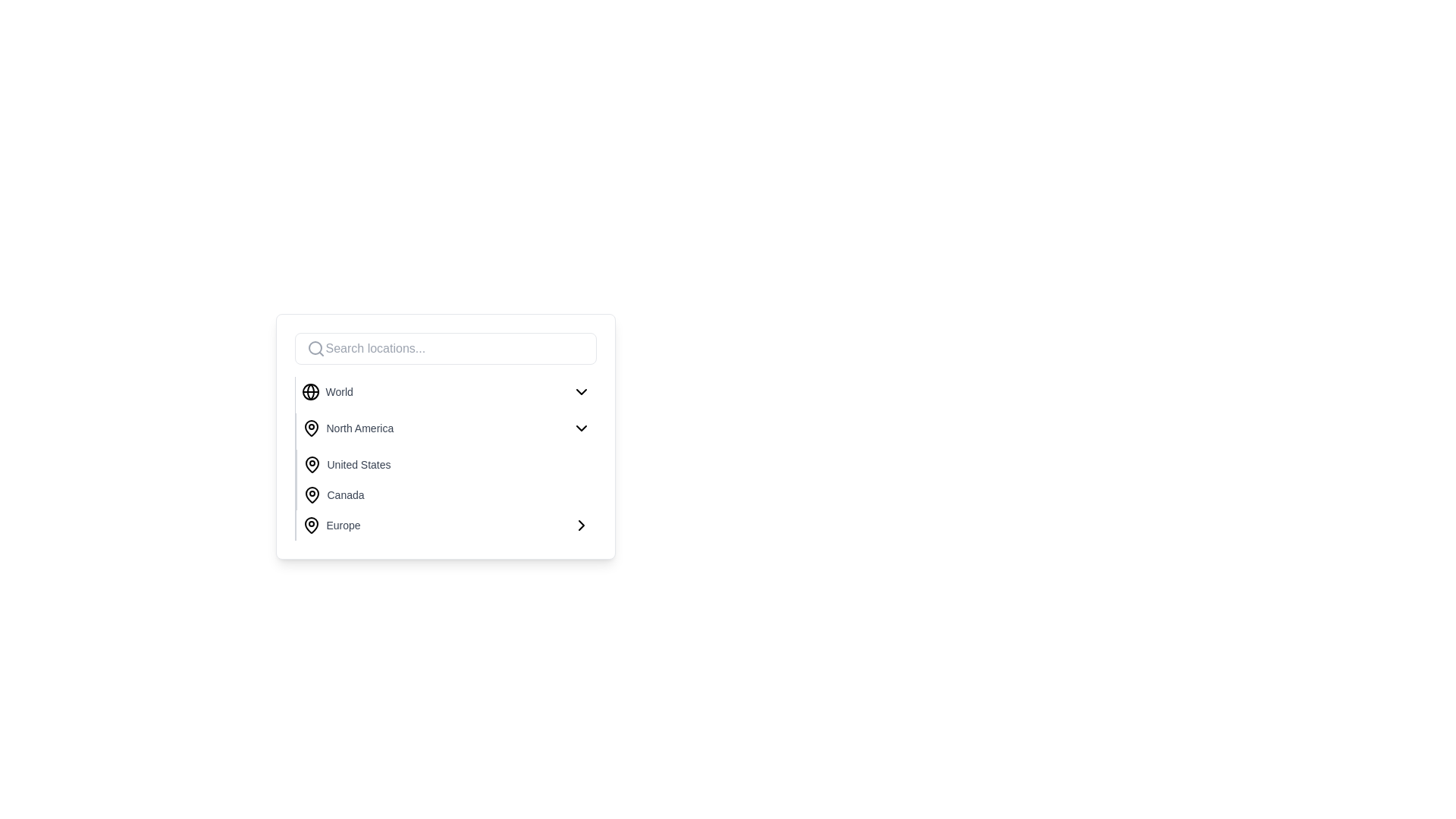 This screenshot has width=1456, height=819. I want to click on the right-facing chevron icon located in the dropdown menu, adjacent to the 'Europe' option, so click(580, 525).